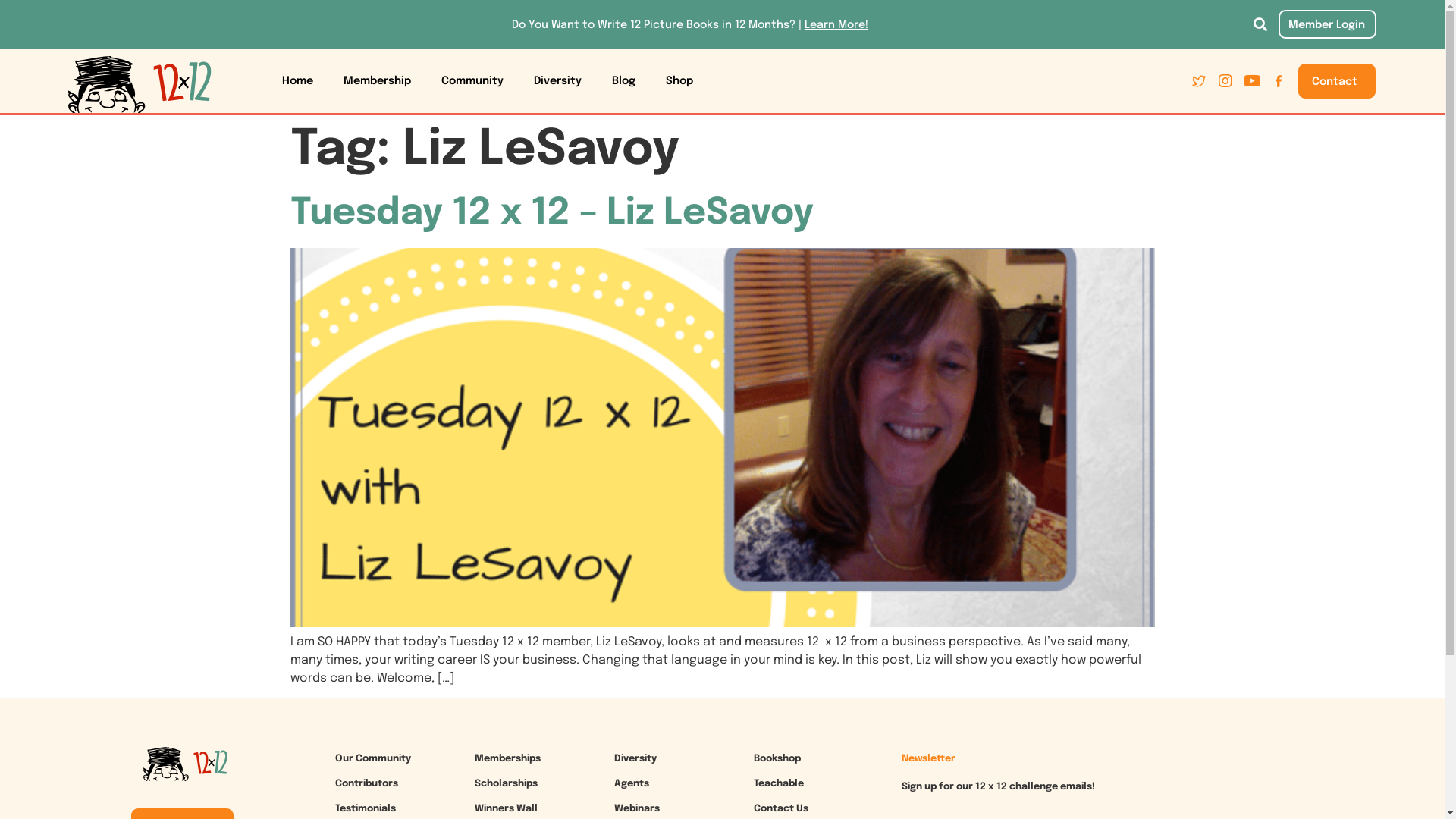 The width and height of the screenshot is (1456, 819). What do you see at coordinates (1277, 24) in the screenshot?
I see `'Member Login'` at bounding box center [1277, 24].